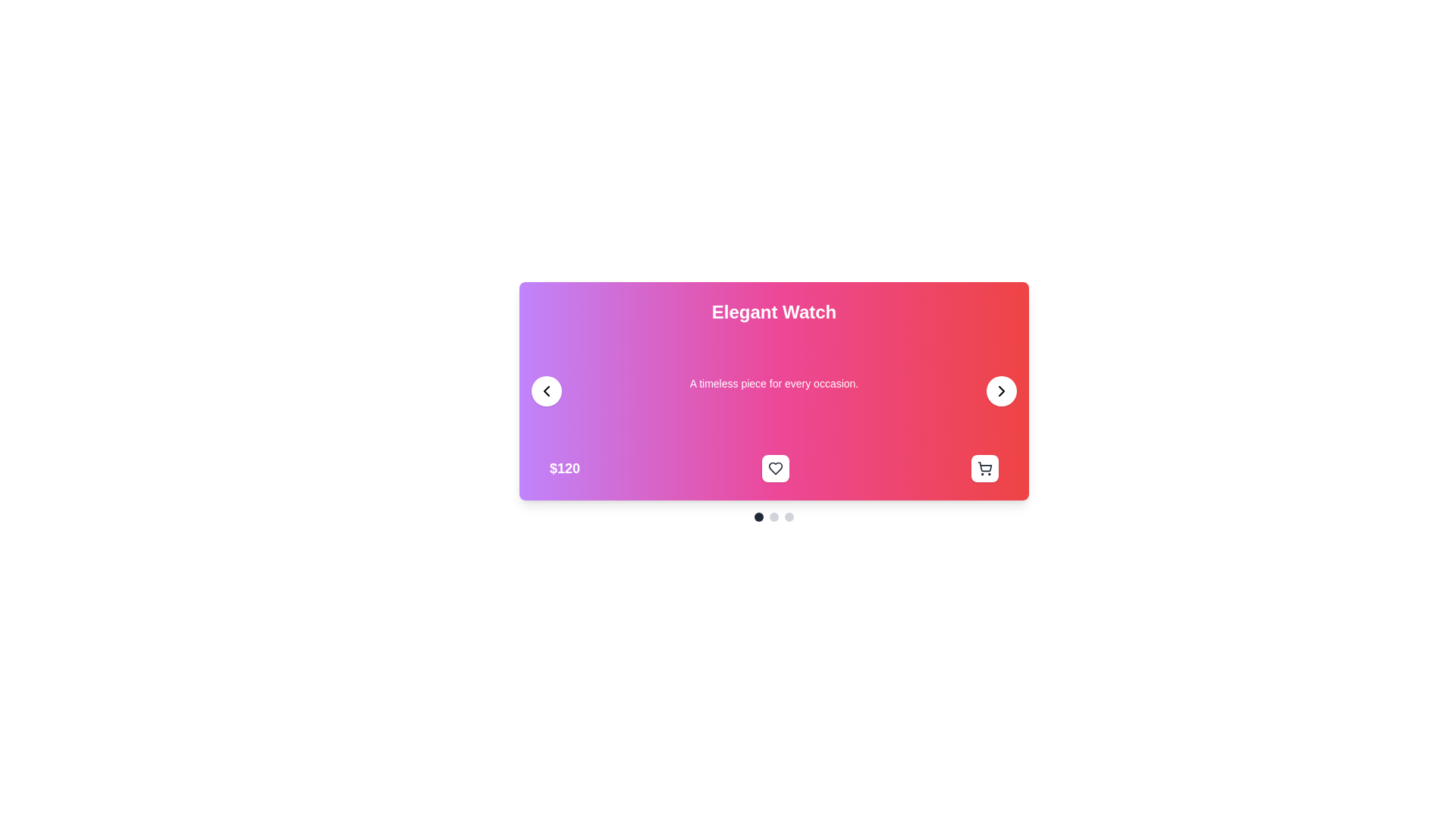 The width and height of the screenshot is (1456, 819). What do you see at coordinates (985, 467) in the screenshot?
I see `the button with a shopping cart icon that has a white background and rounded corners for tooltip or visual feedback` at bounding box center [985, 467].